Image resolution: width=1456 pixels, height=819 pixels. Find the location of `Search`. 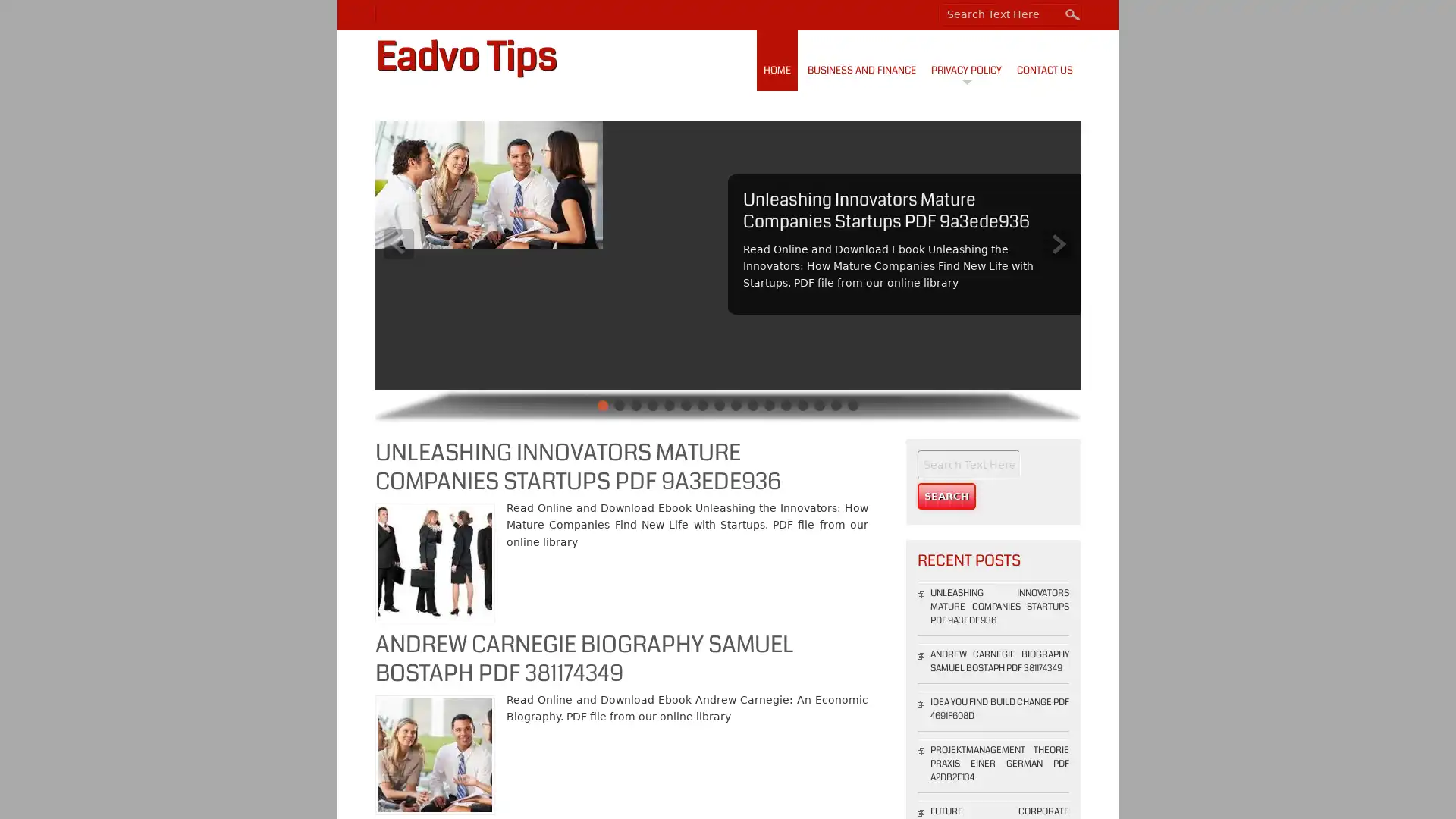

Search is located at coordinates (946, 496).